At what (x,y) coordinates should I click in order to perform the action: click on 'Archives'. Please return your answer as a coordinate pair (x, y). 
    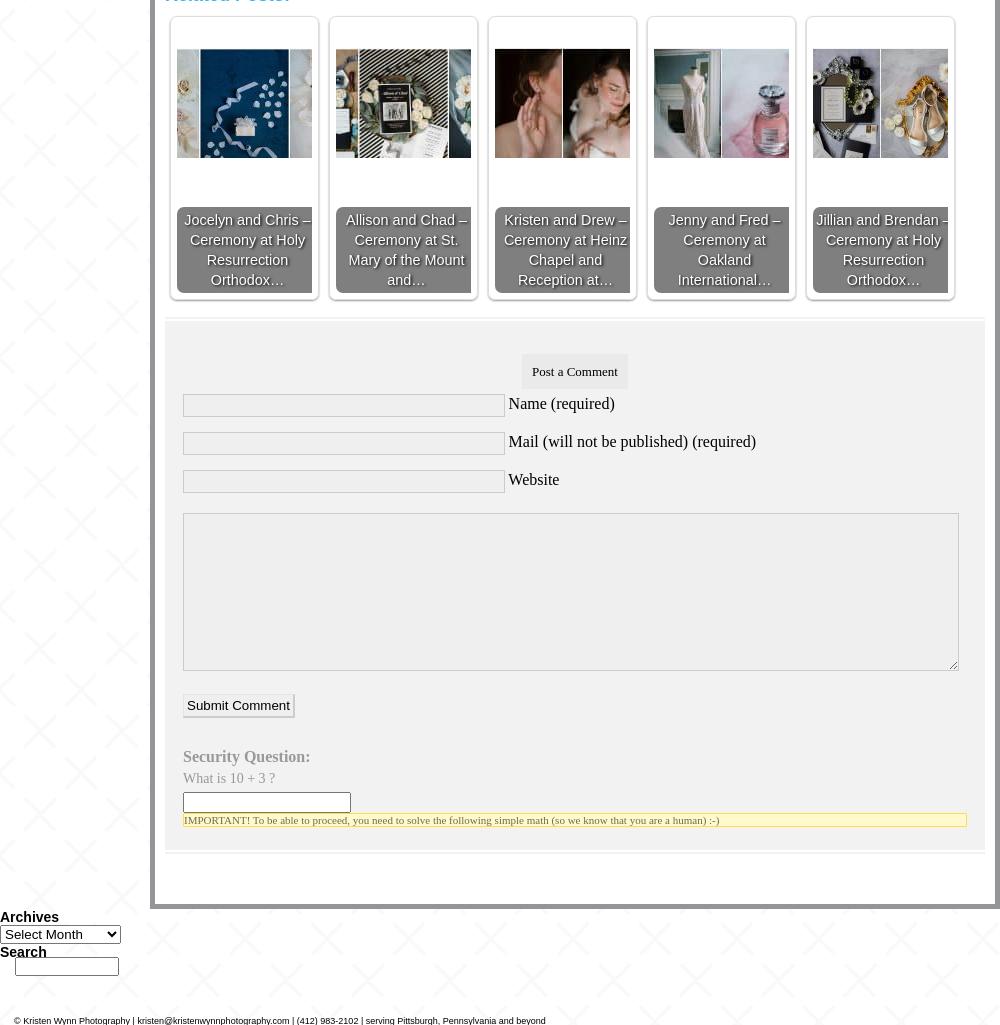
    Looking at the image, I should click on (0, 915).